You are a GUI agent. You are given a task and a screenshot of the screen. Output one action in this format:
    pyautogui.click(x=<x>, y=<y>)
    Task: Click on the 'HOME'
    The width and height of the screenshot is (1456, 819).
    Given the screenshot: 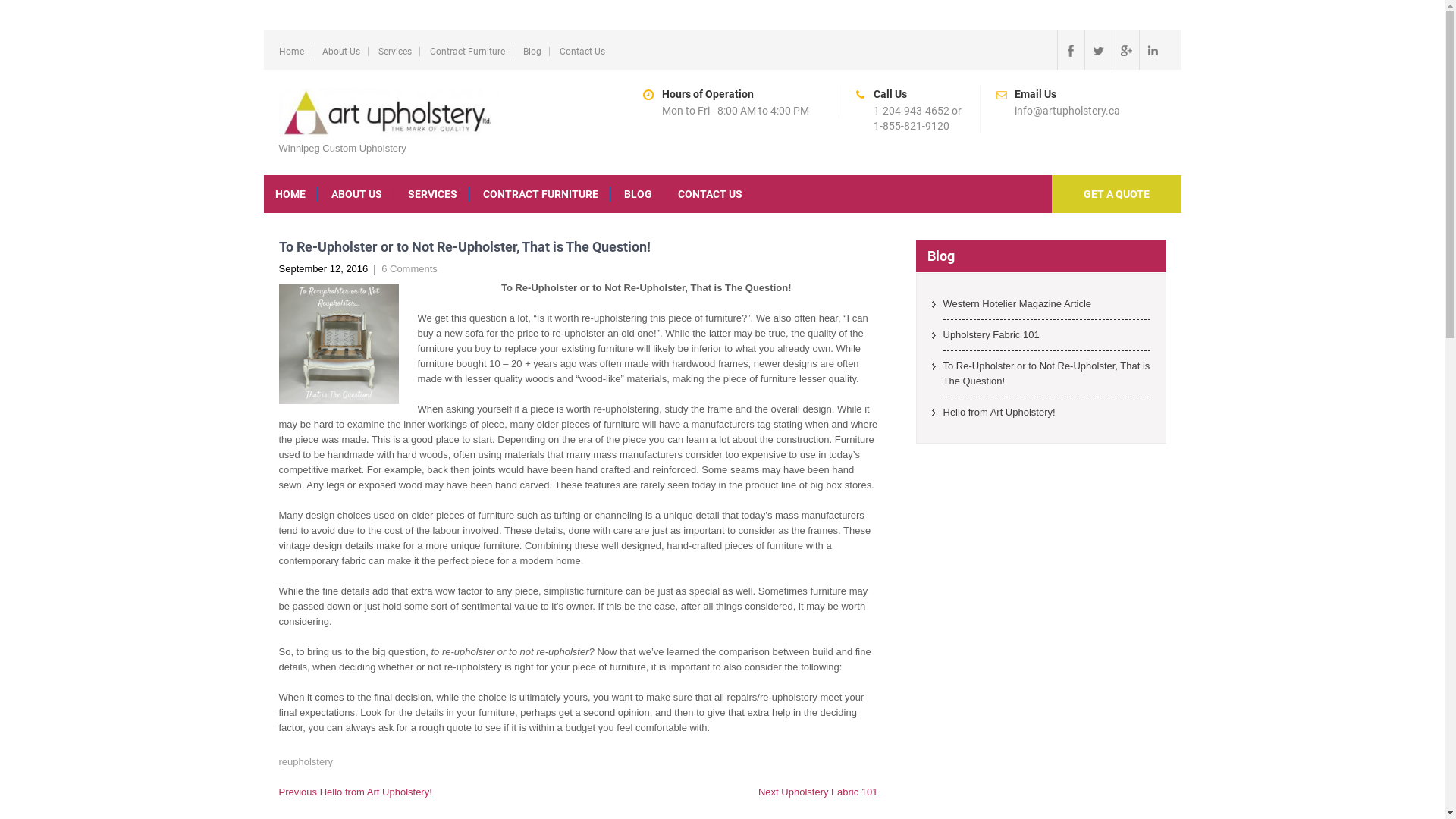 What is the action you would take?
    pyautogui.click(x=290, y=193)
    